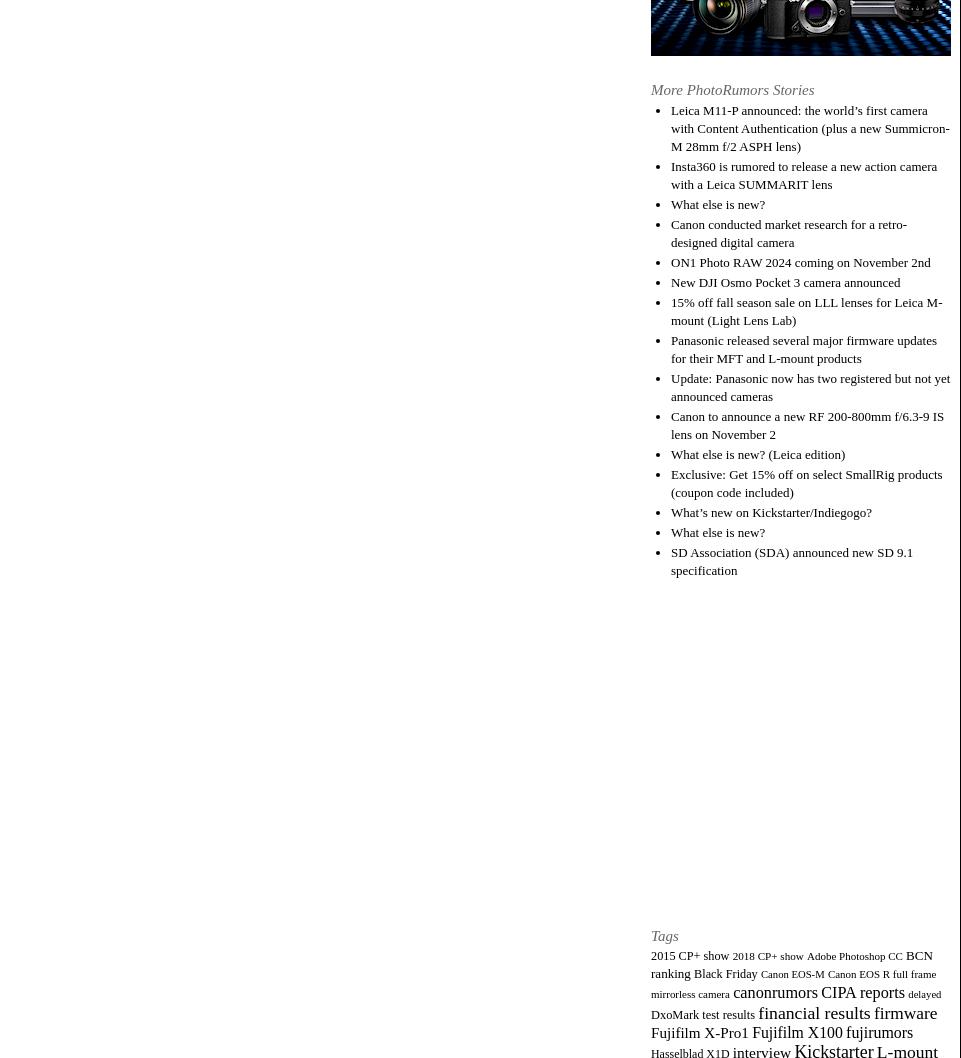 Image resolution: width=961 pixels, height=1058 pixels. I want to click on 'Insta360 is rumored to release a new action camera with a Leica SUMMARIT lens', so click(803, 173).